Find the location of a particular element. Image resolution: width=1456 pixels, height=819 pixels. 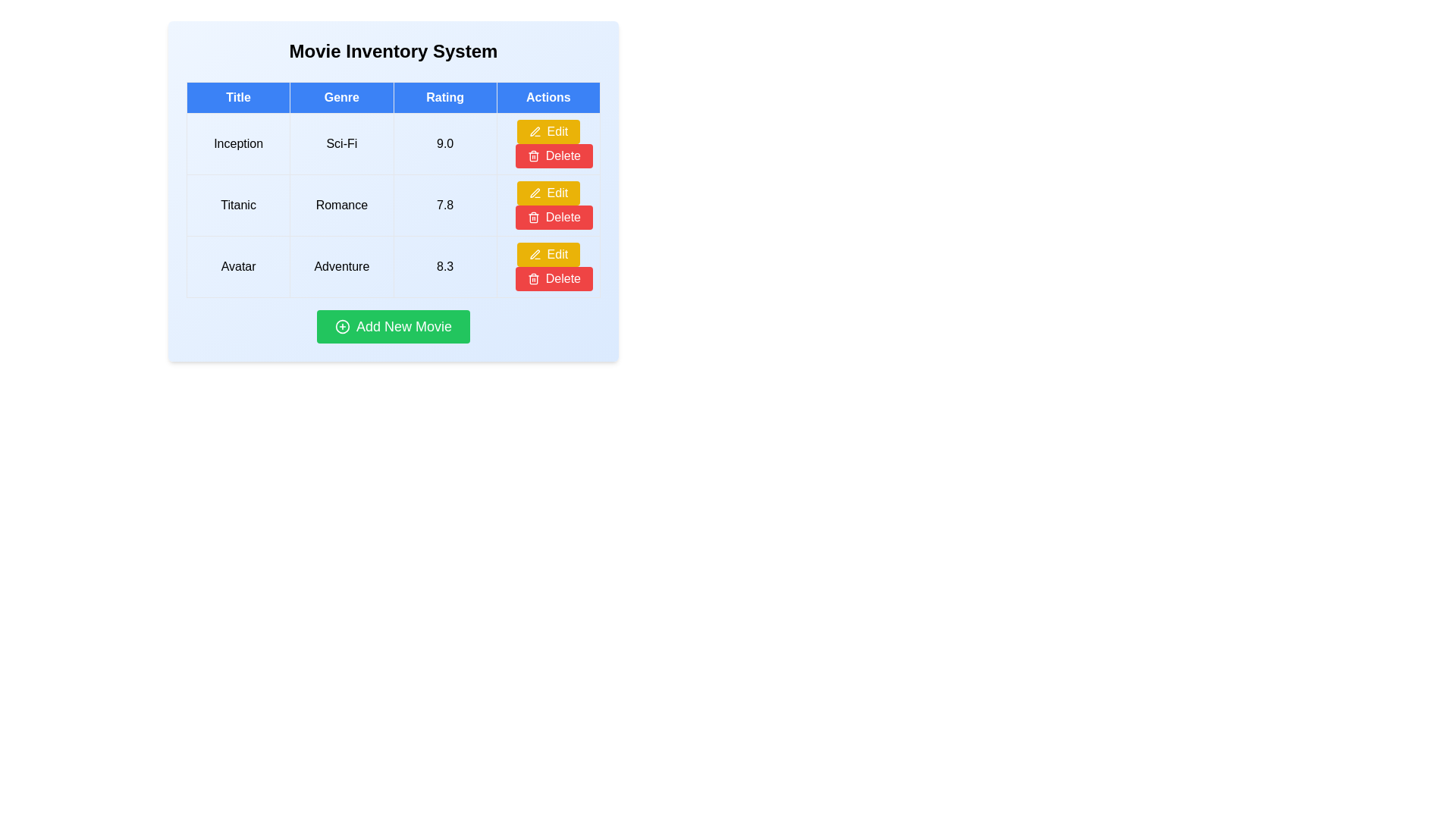

the 'Delete' button with red background and white text located in the 'Actions' column of the second row of the table next to the 'Titanic' movie record to observe hover effects is located at coordinates (553, 217).